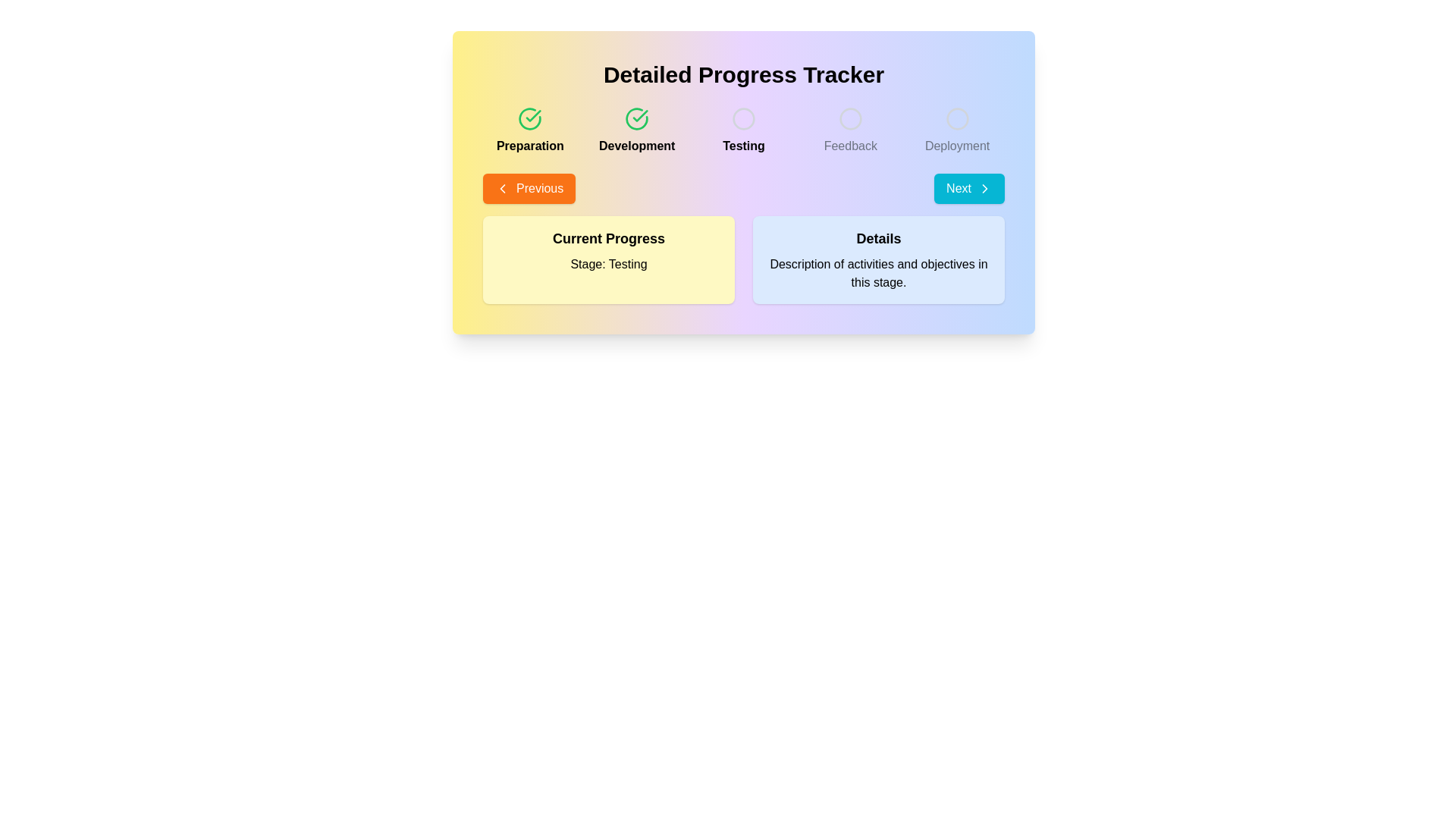 The image size is (1456, 819). Describe the element at coordinates (743, 130) in the screenshot. I see `the current stage indicator of 'Testing' in the multi-step progress tracker, which is visually represented by a gray circle on a gradient background, located beneath the title 'Detailed Progress Tracker'` at that location.